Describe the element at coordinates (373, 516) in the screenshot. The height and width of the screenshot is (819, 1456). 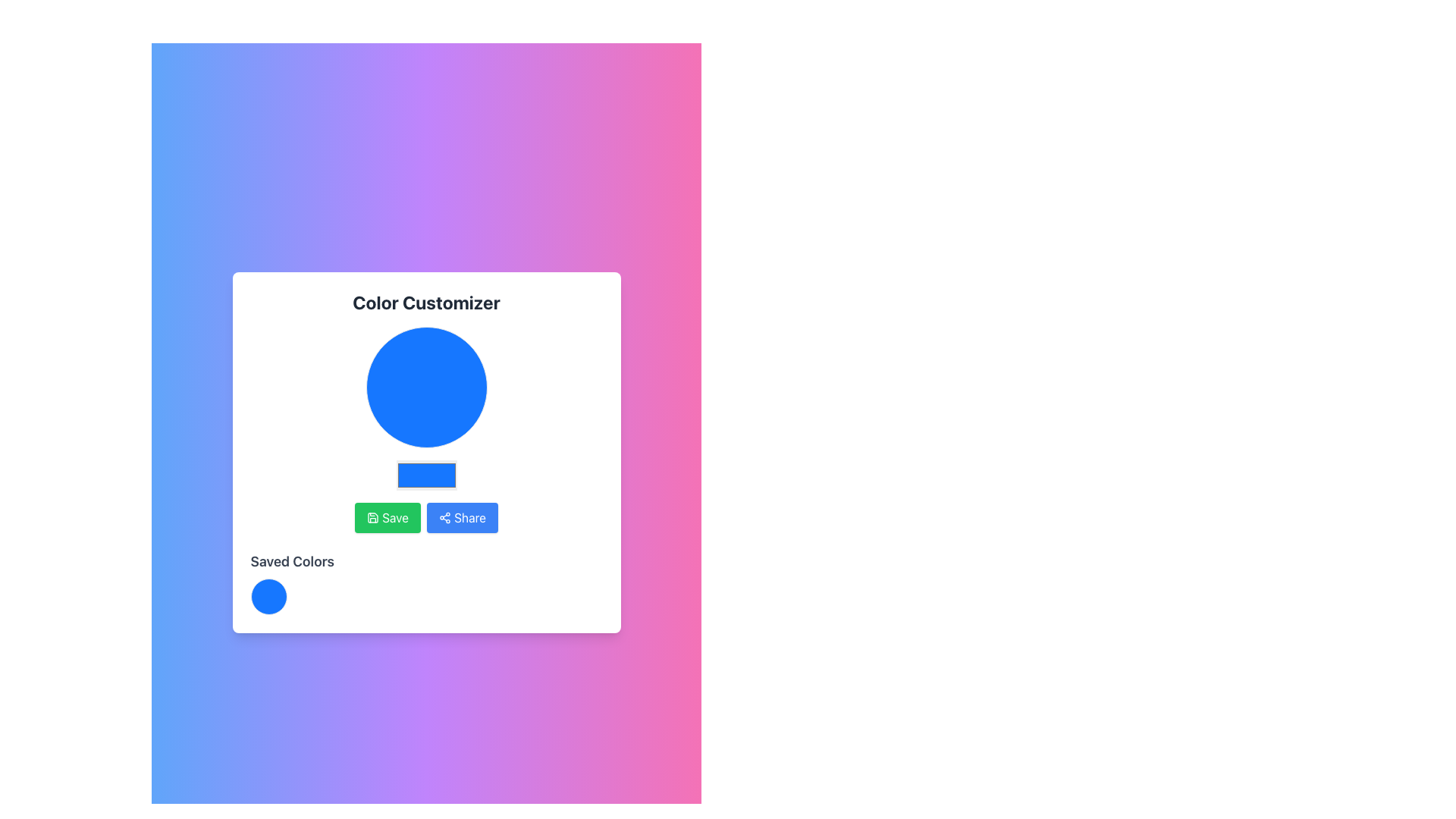
I see `the 'Save' icon located on the green button at the bottom left of the interface card` at that location.